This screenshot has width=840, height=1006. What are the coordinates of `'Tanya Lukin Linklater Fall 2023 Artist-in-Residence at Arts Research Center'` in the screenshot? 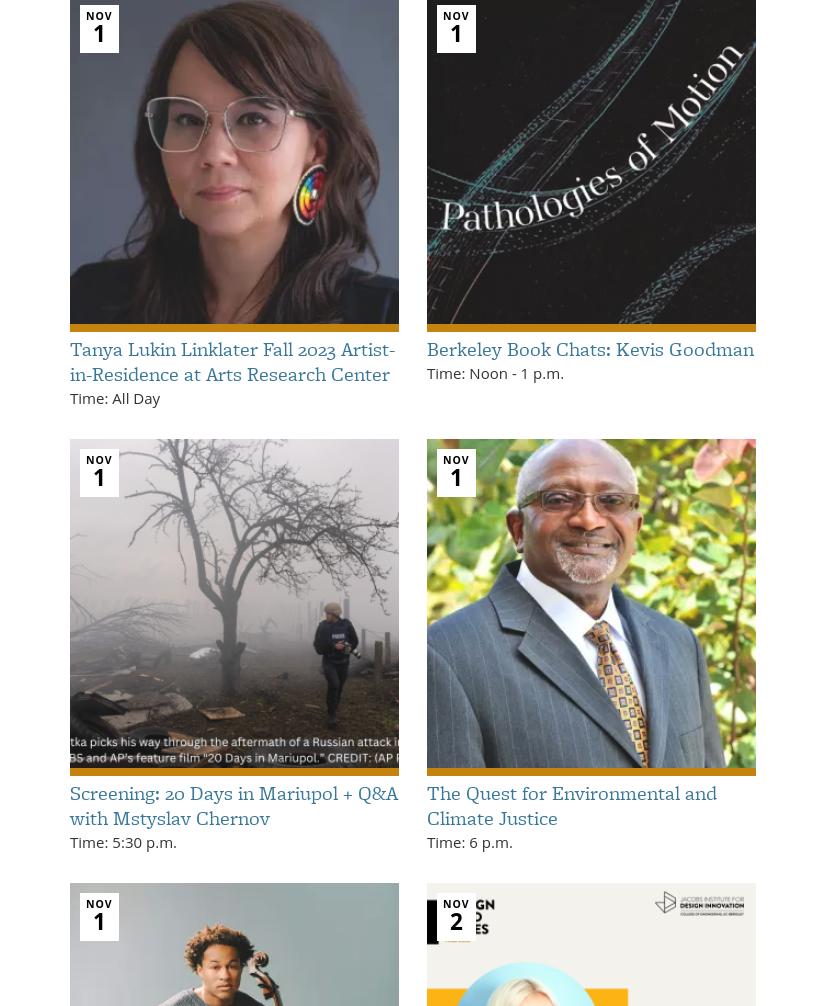 It's located at (232, 359).